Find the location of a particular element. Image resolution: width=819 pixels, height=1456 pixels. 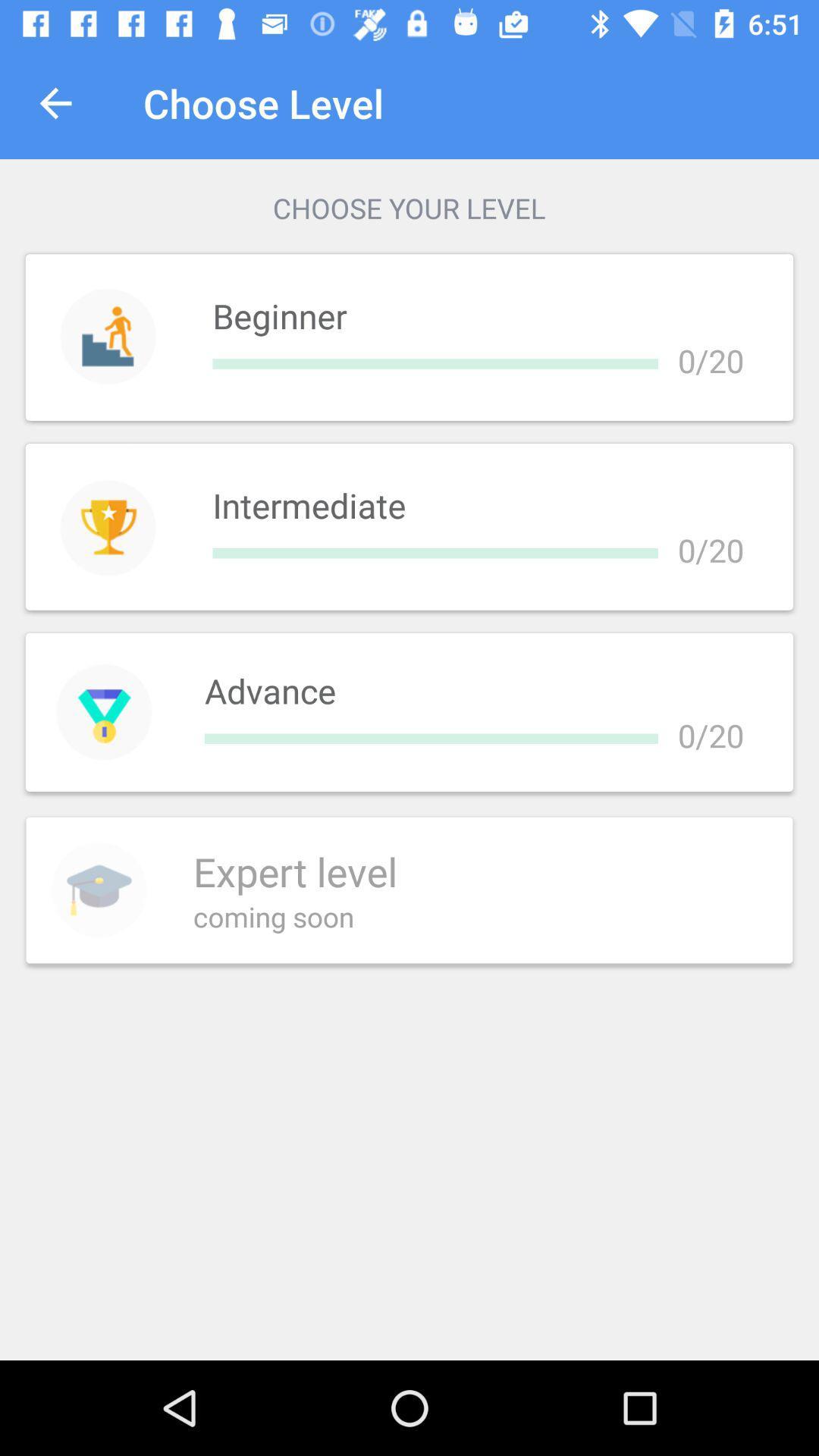

the item to the left of choose level icon is located at coordinates (55, 102).